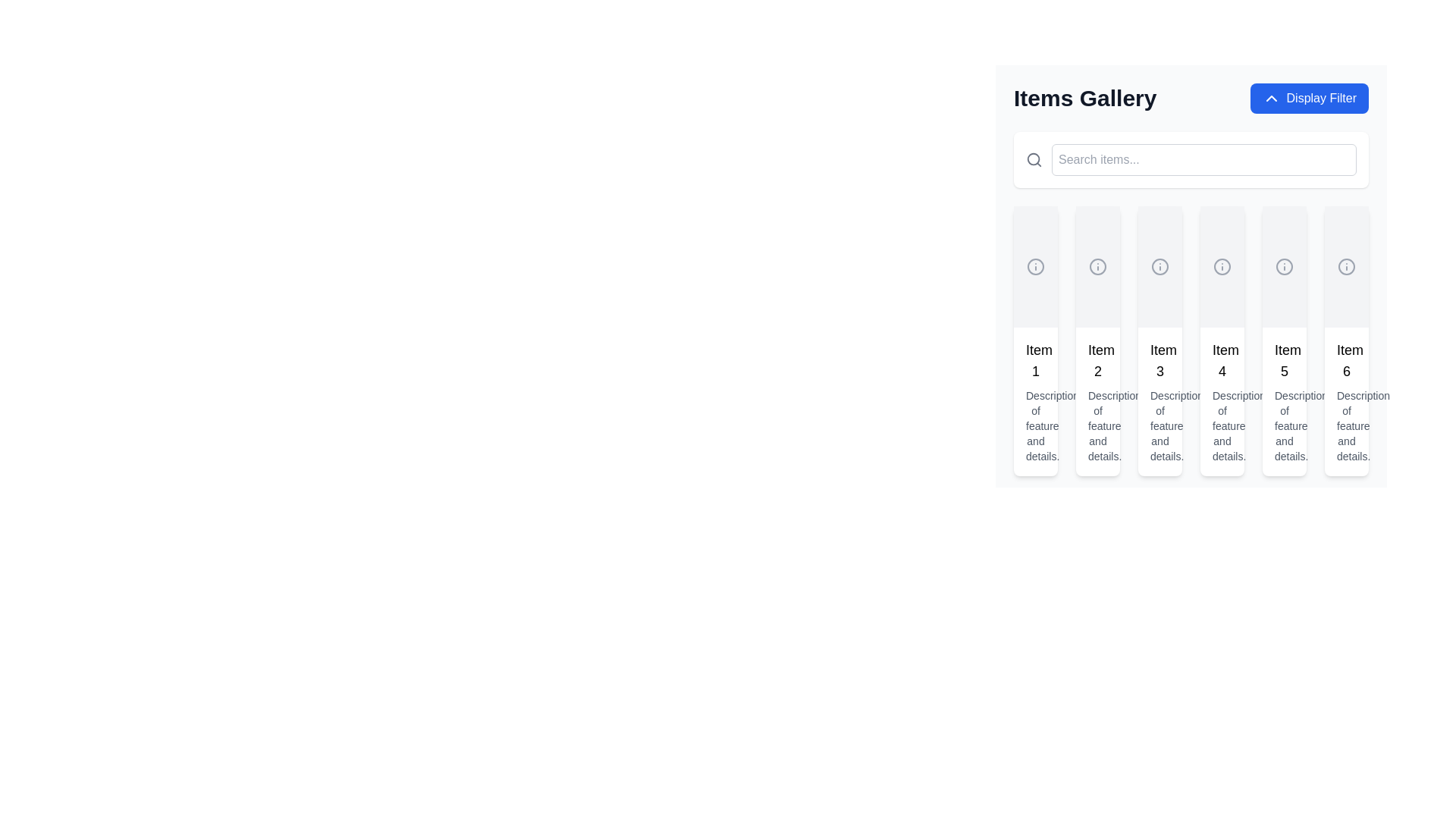 This screenshot has width=1456, height=819. Describe the element at coordinates (1035, 341) in the screenshot. I see `the first card in the gallery located at the top left of the grid` at that location.